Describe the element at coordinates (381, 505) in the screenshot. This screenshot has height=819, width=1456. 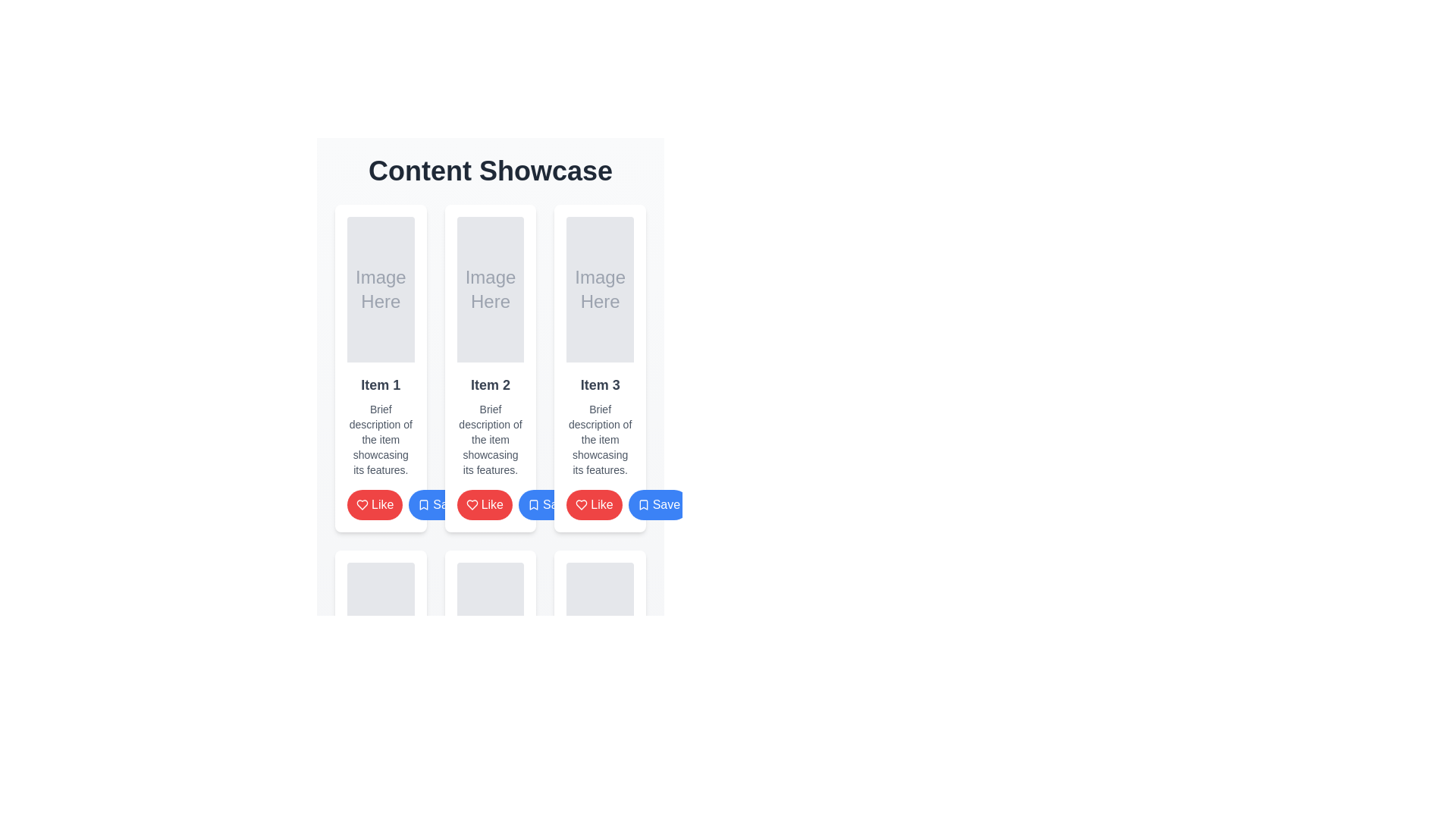
I see `the like button located in the bottom section of the first card, to the left of the 'Save' button, to register a like` at that location.